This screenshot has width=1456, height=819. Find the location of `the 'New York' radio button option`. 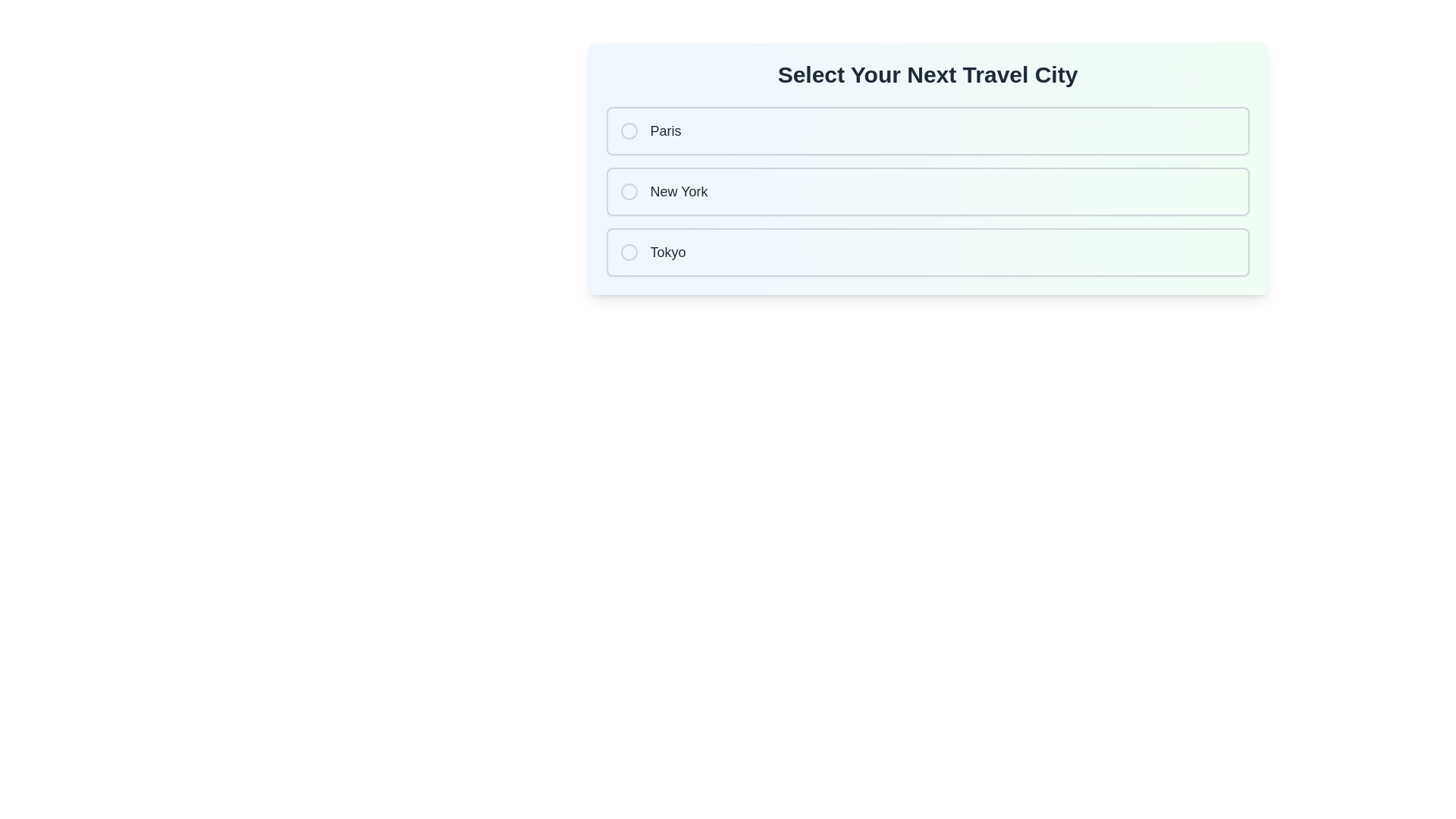

the 'New York' radio button option is located at coordinates (927, 191).